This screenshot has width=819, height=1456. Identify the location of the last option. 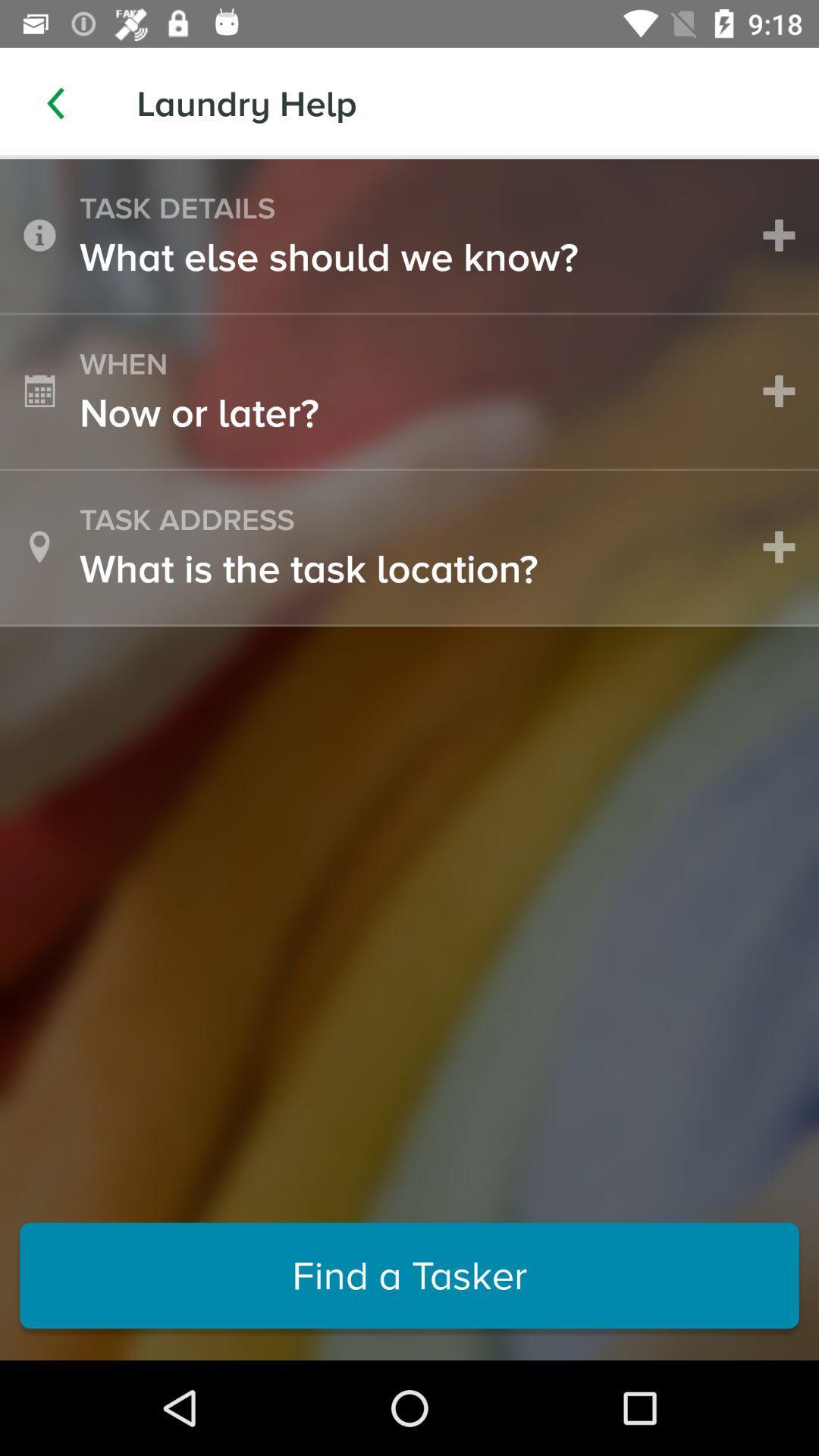
(409, 1275).